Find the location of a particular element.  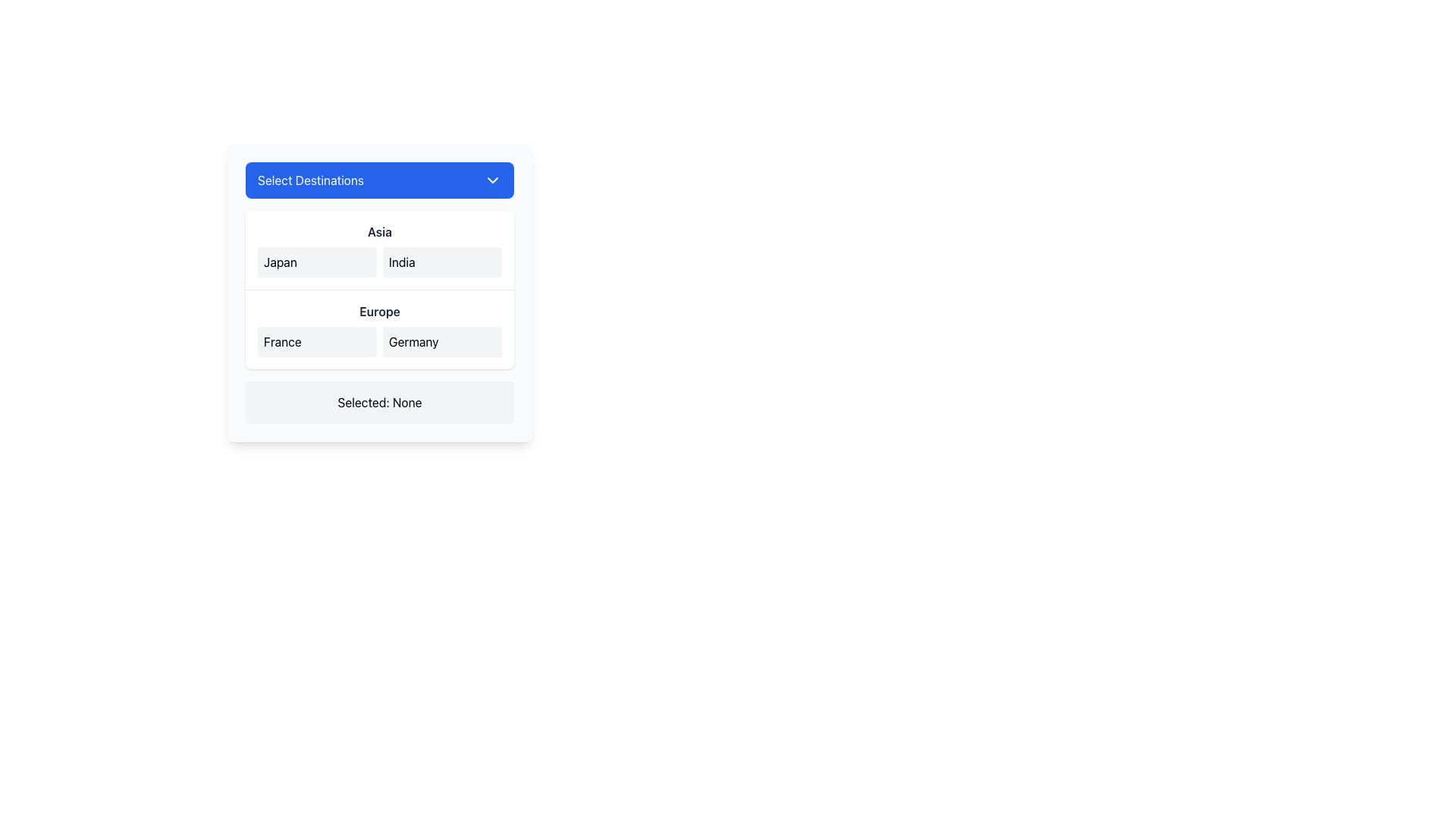

the dropdown trigger button for selecting destinations is located at coordinates (379, 180).